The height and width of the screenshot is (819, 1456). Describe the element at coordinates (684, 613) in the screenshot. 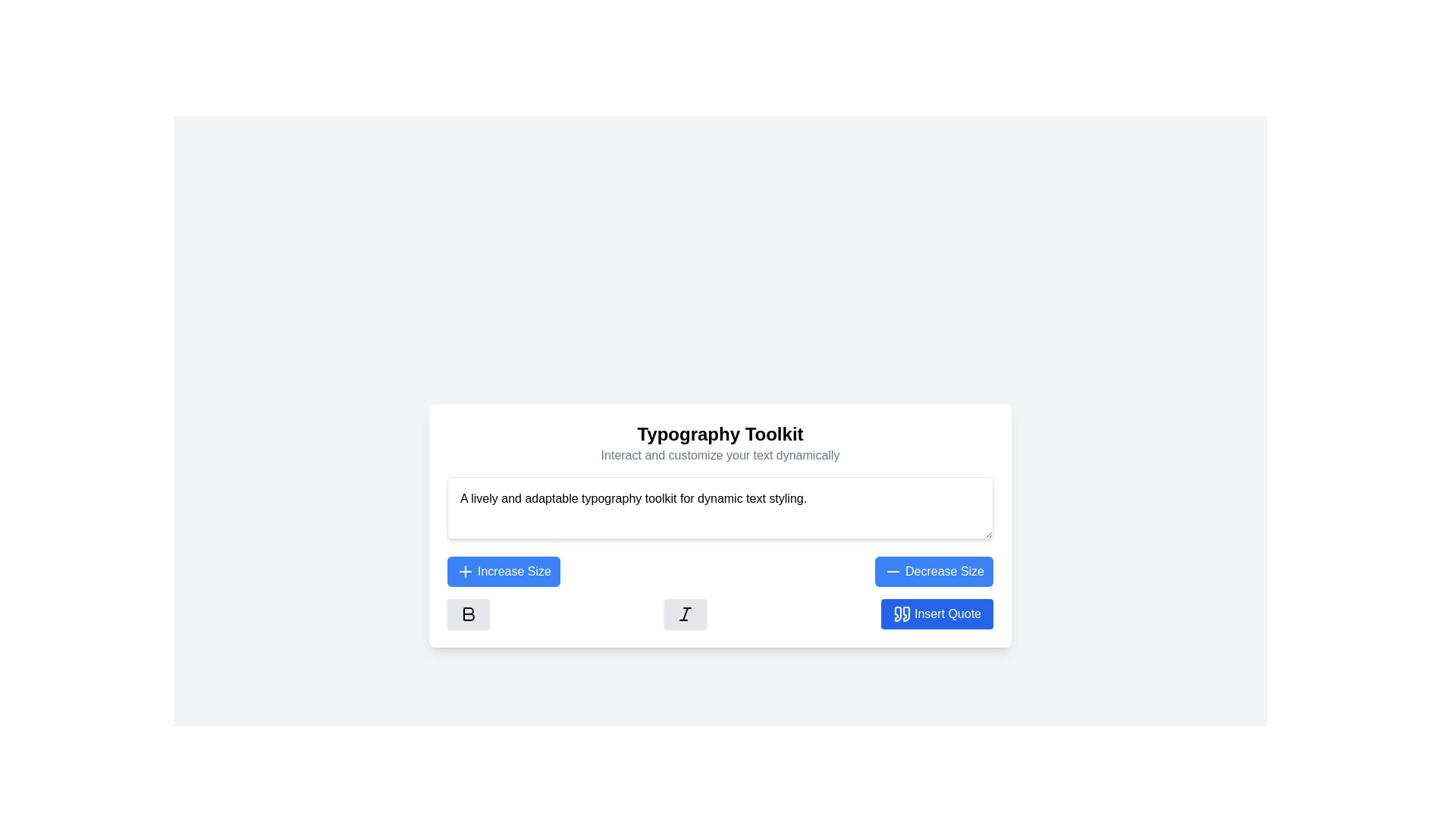

I see `the italic toggle button, which is the second button in the row of text styling buttons located below the text input field` at that location.